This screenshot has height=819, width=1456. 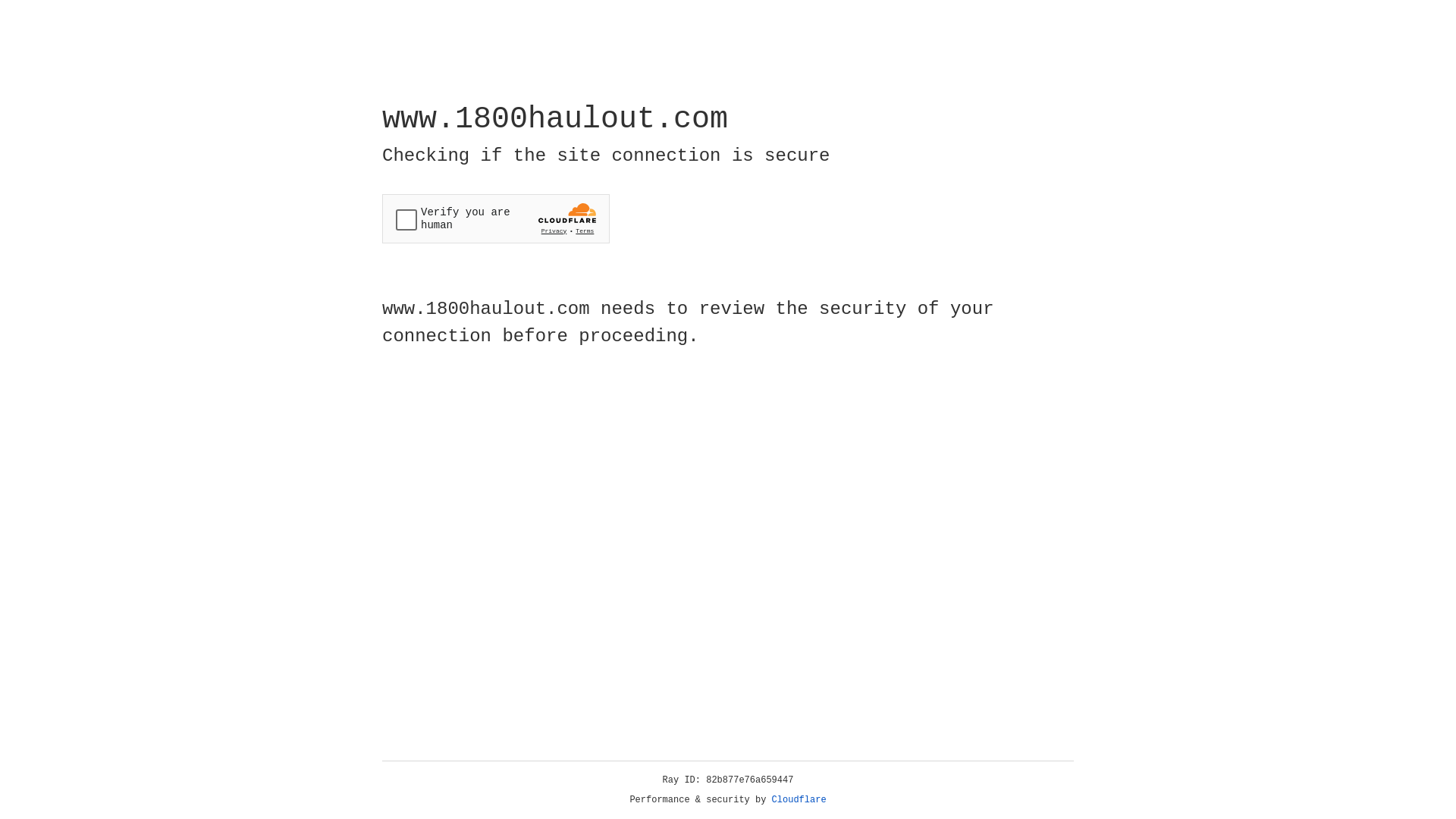 I want to click on 'Widget containing a Cloudflare security challenge', so click(x=495, y=218).